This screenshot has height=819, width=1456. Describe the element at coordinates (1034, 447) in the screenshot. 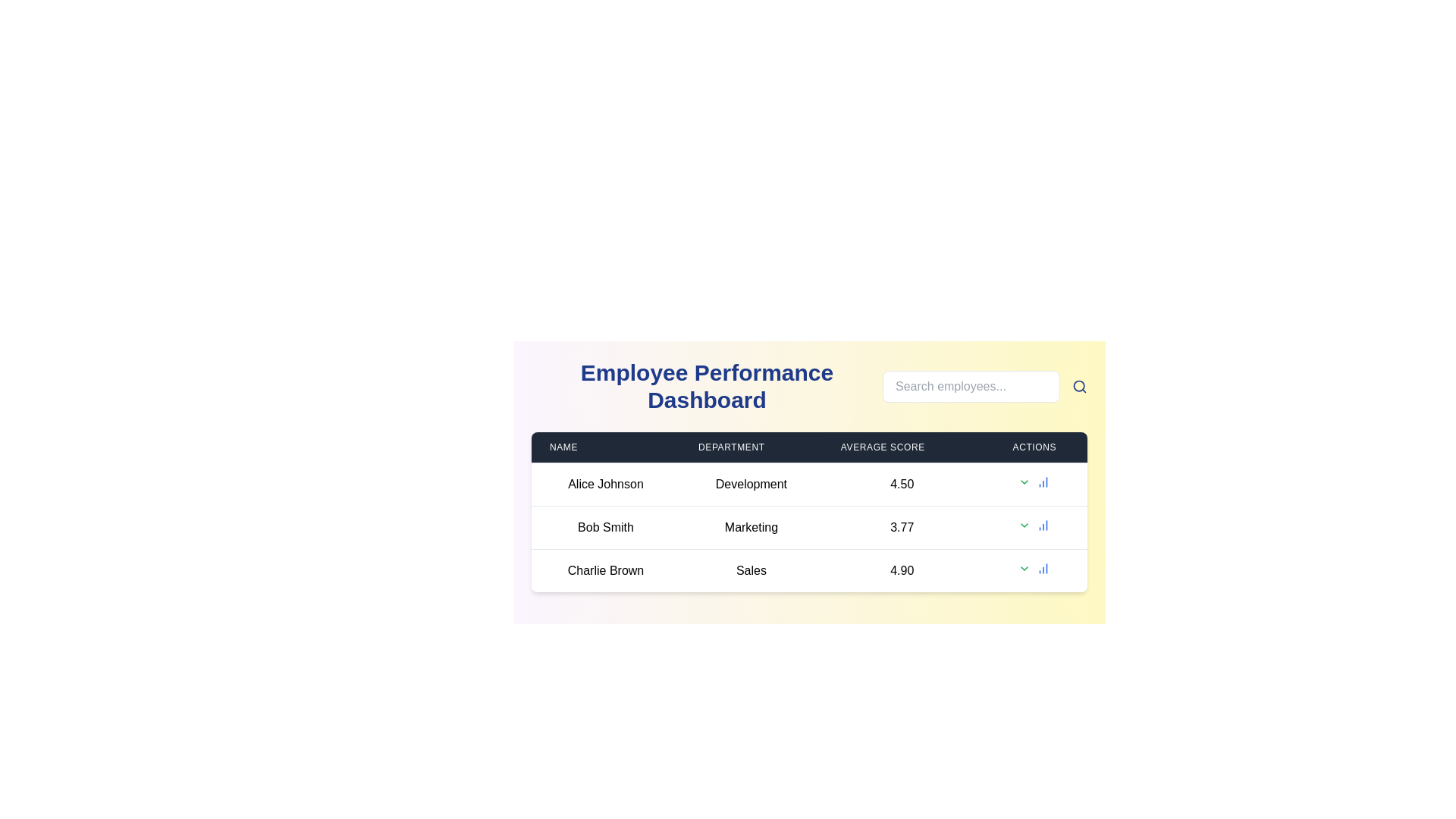

I see `the 'Actions' Table Column Header, which is the last header cell in the table with a dark background and white text, positioned at the far-right of the header row` at that location.